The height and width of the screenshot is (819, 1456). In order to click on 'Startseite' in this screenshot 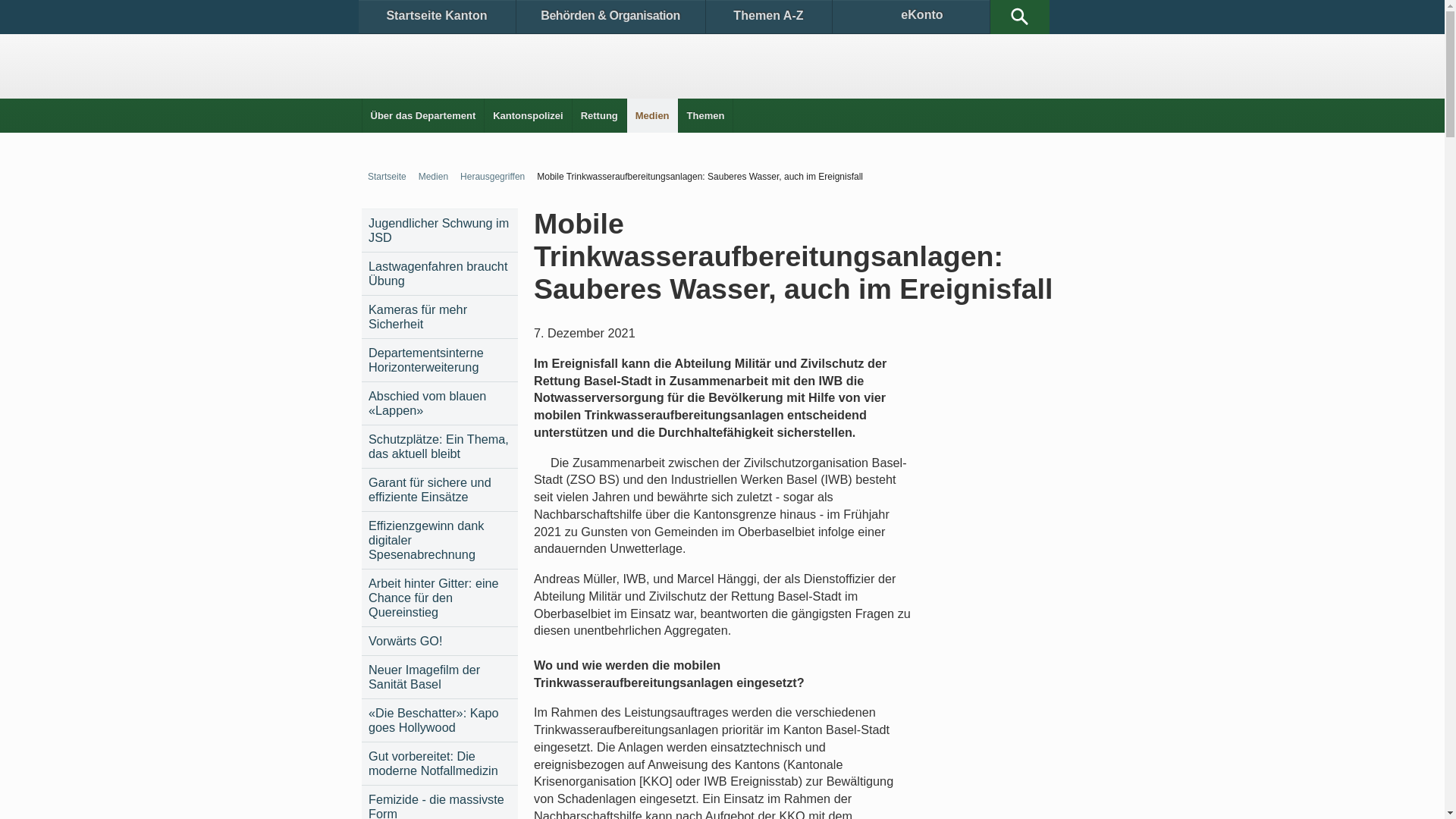, I will do `click(384, 175)`.